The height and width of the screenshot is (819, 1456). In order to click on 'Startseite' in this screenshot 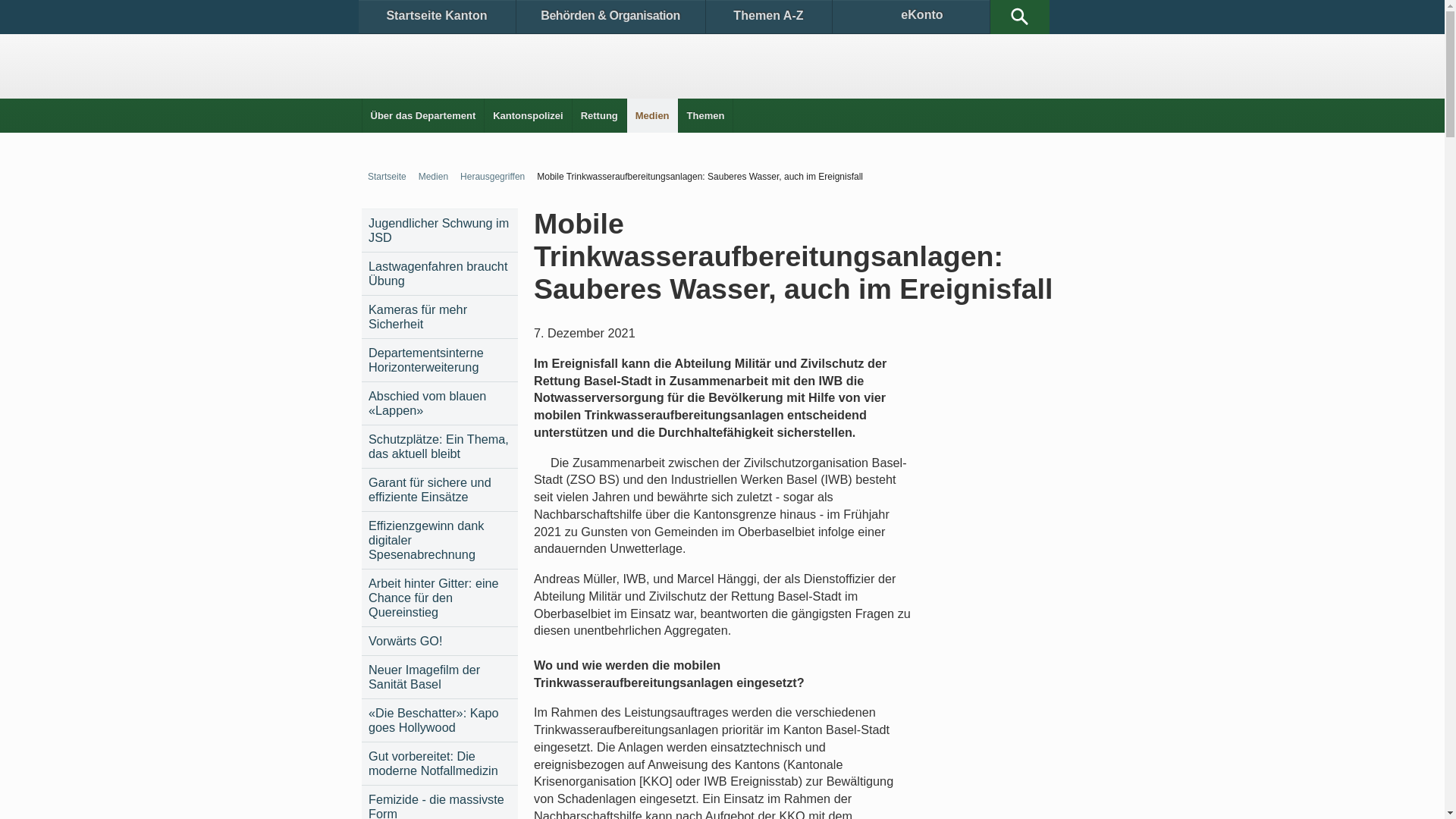, I will do `click(384, 175)`.